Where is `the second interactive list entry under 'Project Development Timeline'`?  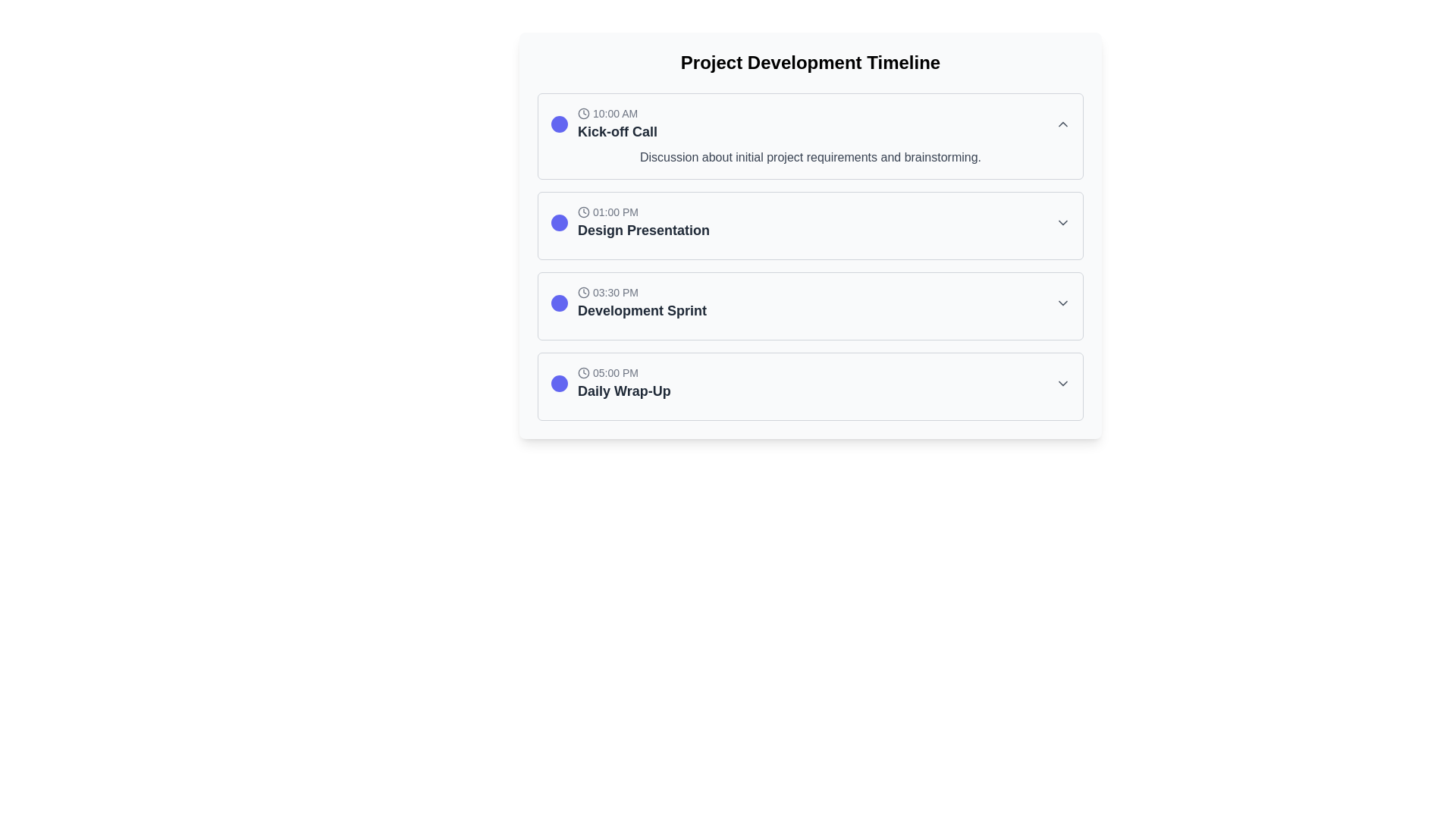 the second interactive list entry under 'Project Development Timeline' is located at coordinates (810, 222).